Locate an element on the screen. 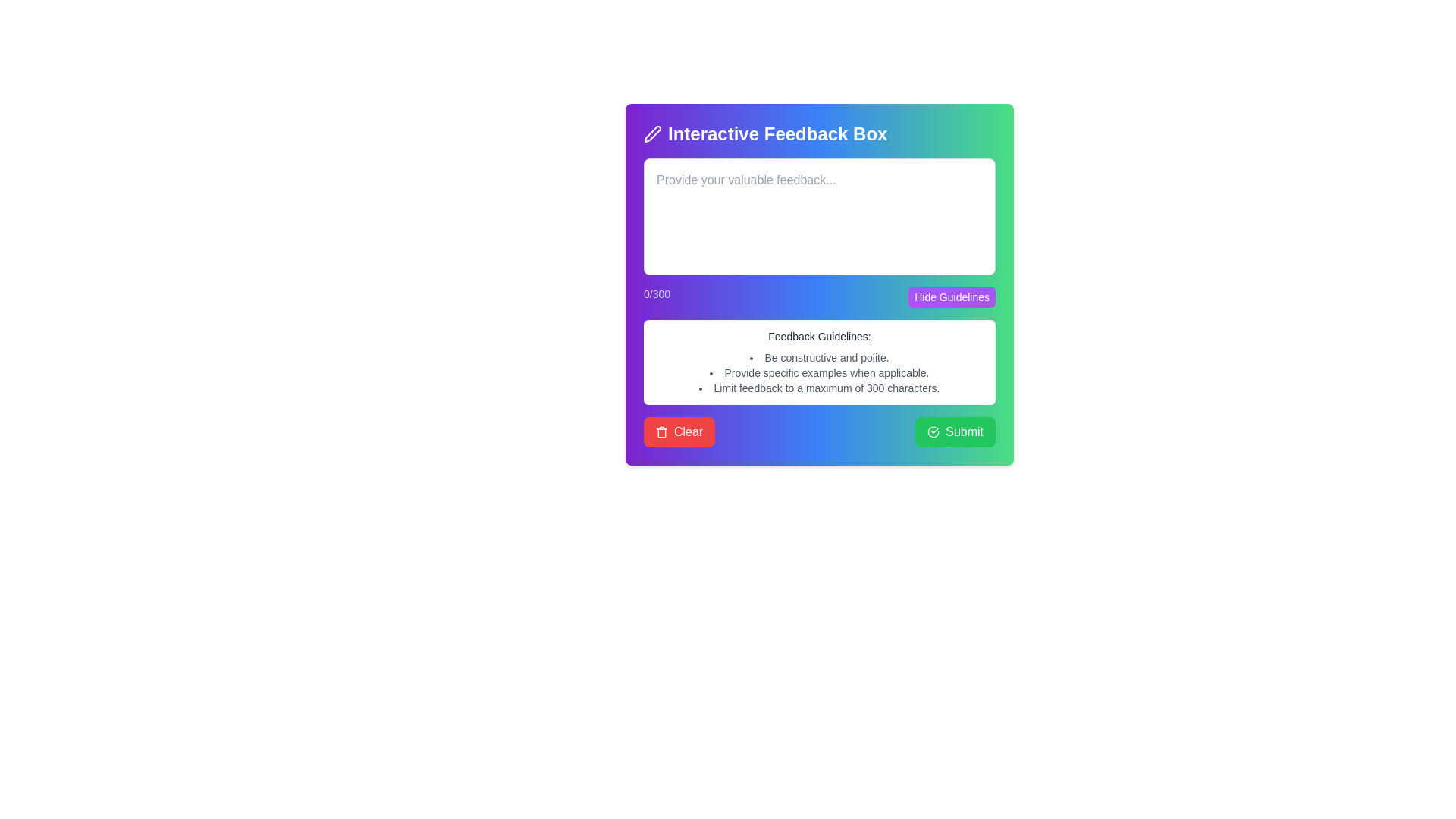 The width and height of the screenshot is (1456, 819). the rectangular button with a purple background labeled 'Hide Guidelines' is located at coordinates (951, 297).